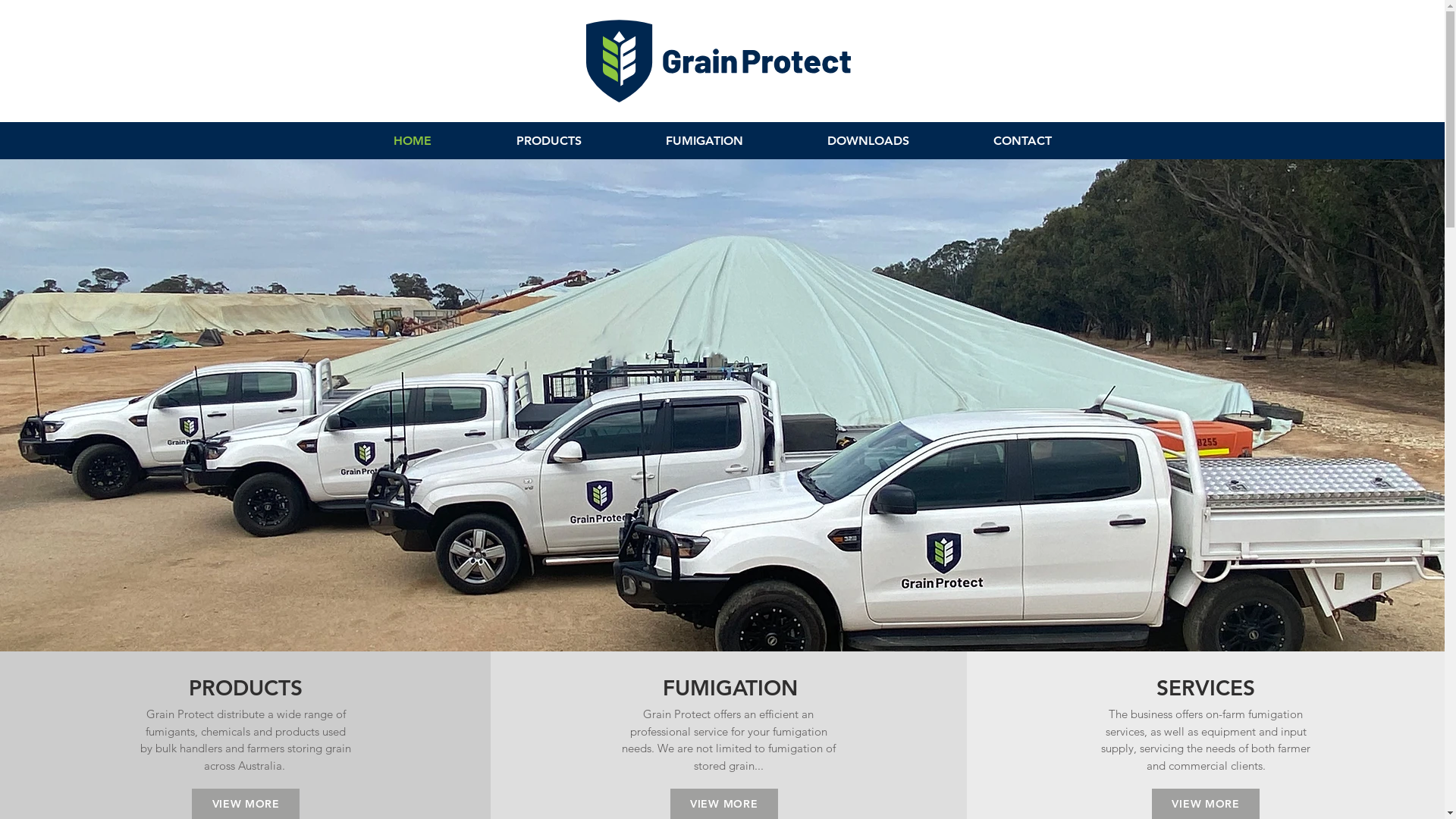 This screenshot has height=819, width=1456. I want to click on 'HOME', so click(411, 140).